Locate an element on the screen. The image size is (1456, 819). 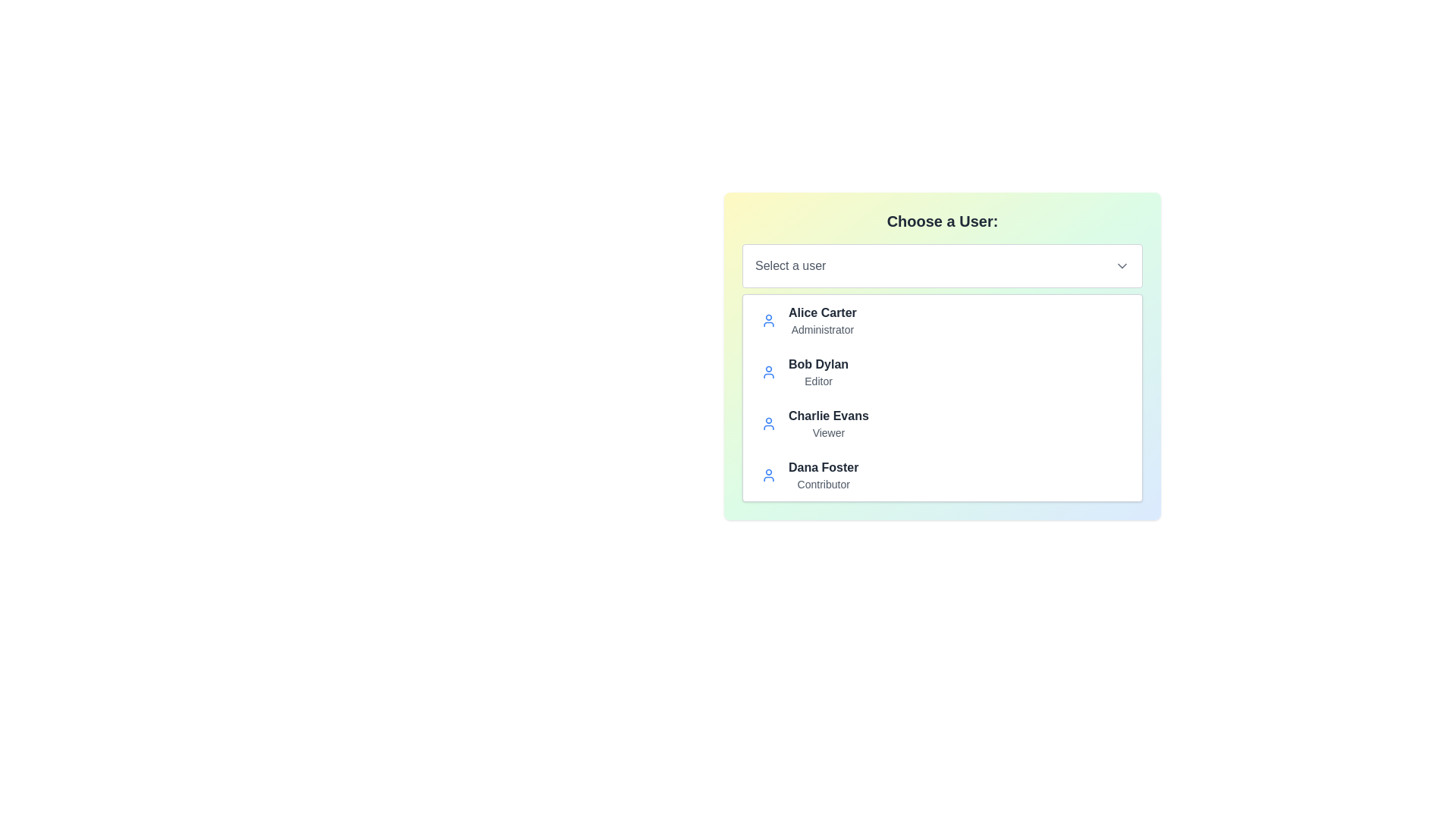
the user icon representing 'Charlie Evans' in the user selection list, which is the third icon located to the left of the name is located at coordinates (768, 424).